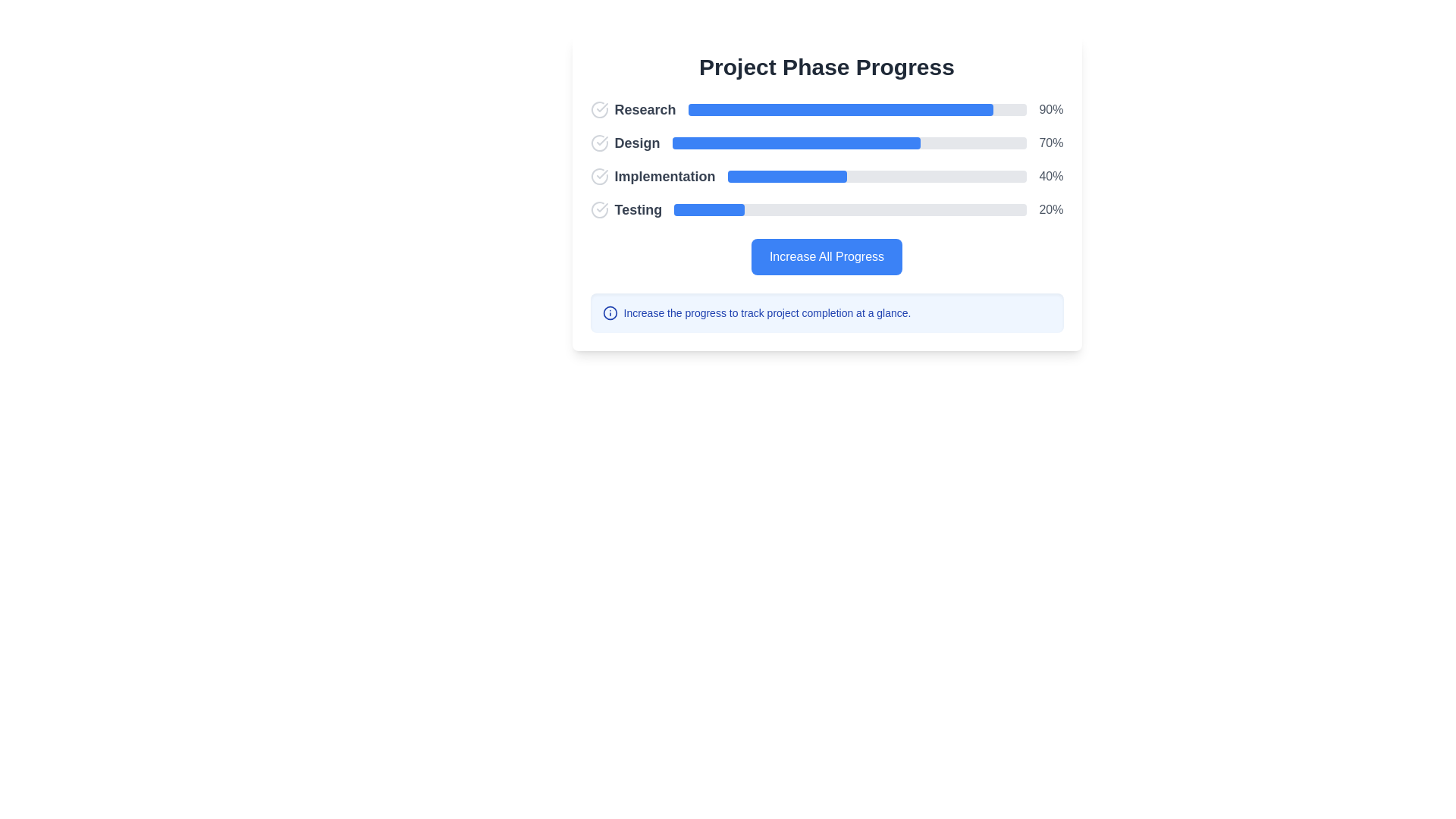 This screenshot has height=819, width=1456. I want to click on the percentage display of the 'Design' phase progress bar located under the 'Project Phase Progress' section for further details, so click(826, 143).